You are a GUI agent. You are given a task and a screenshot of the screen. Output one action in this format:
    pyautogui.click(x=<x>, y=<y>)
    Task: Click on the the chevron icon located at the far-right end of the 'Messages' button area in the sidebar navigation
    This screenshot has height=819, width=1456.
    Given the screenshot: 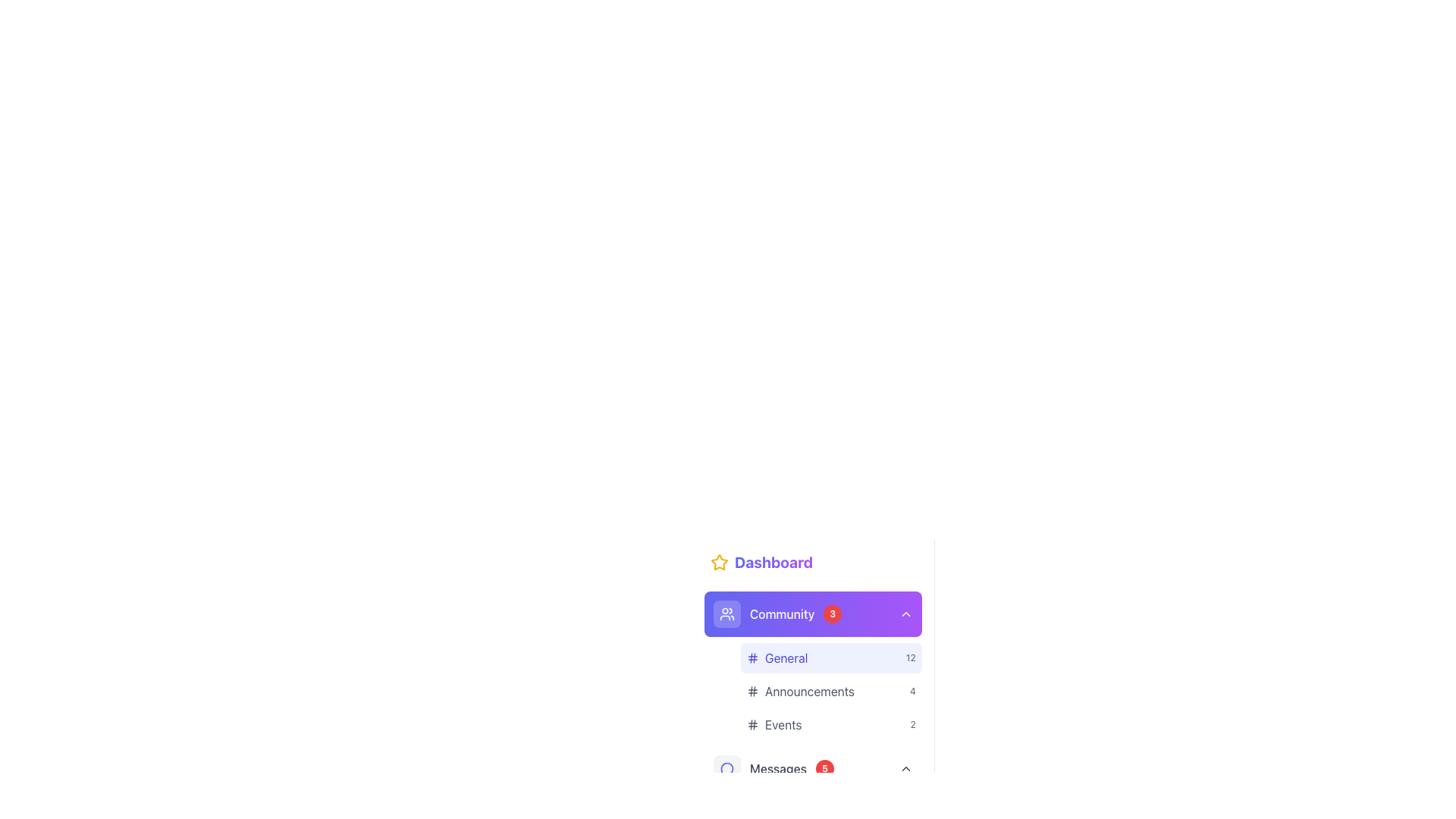 What is the action you would take?
    pyautogui.click(x=906, y=769)
    